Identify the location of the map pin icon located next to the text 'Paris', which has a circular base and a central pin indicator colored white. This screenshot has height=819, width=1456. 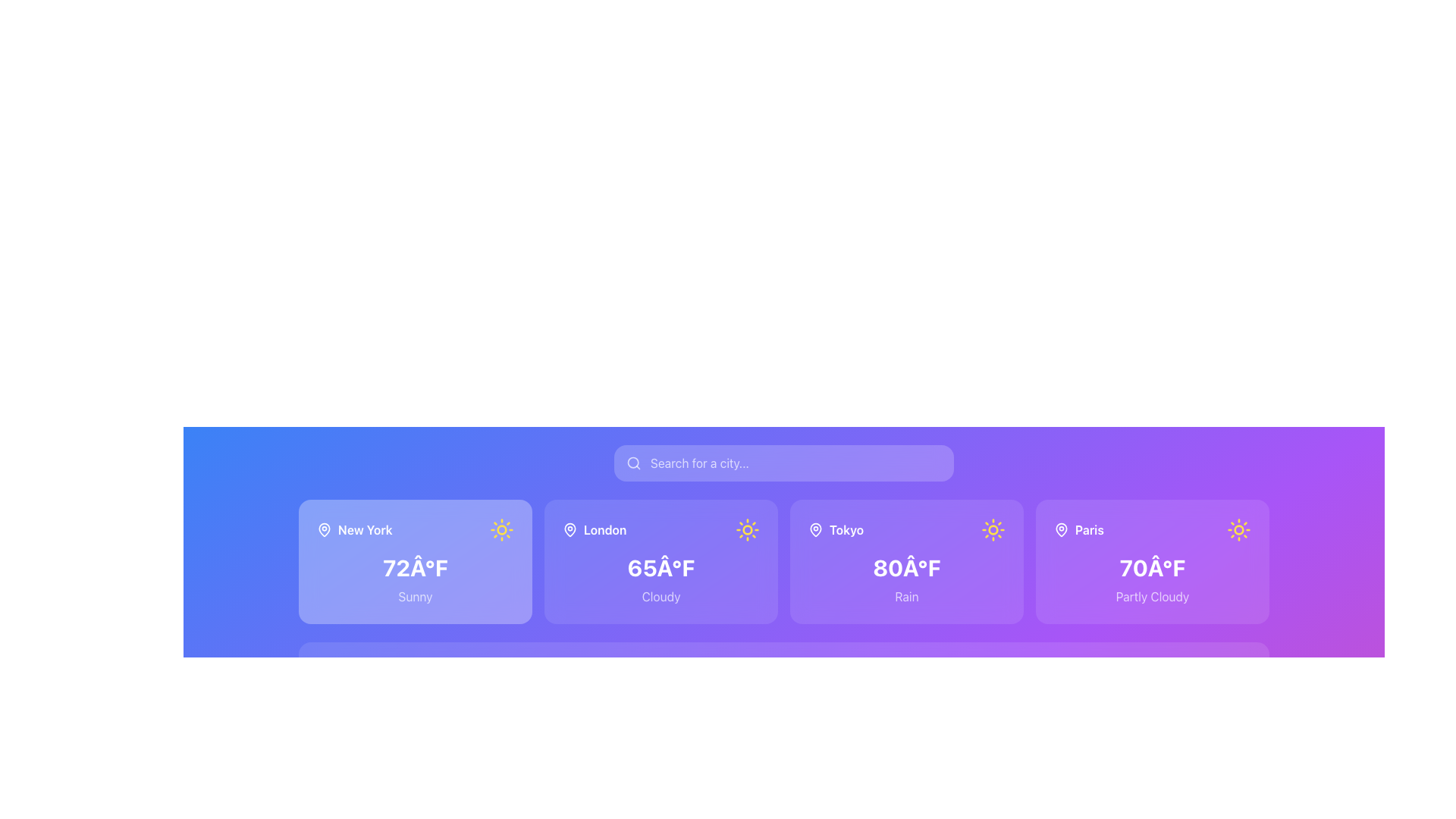
(1061, 529).